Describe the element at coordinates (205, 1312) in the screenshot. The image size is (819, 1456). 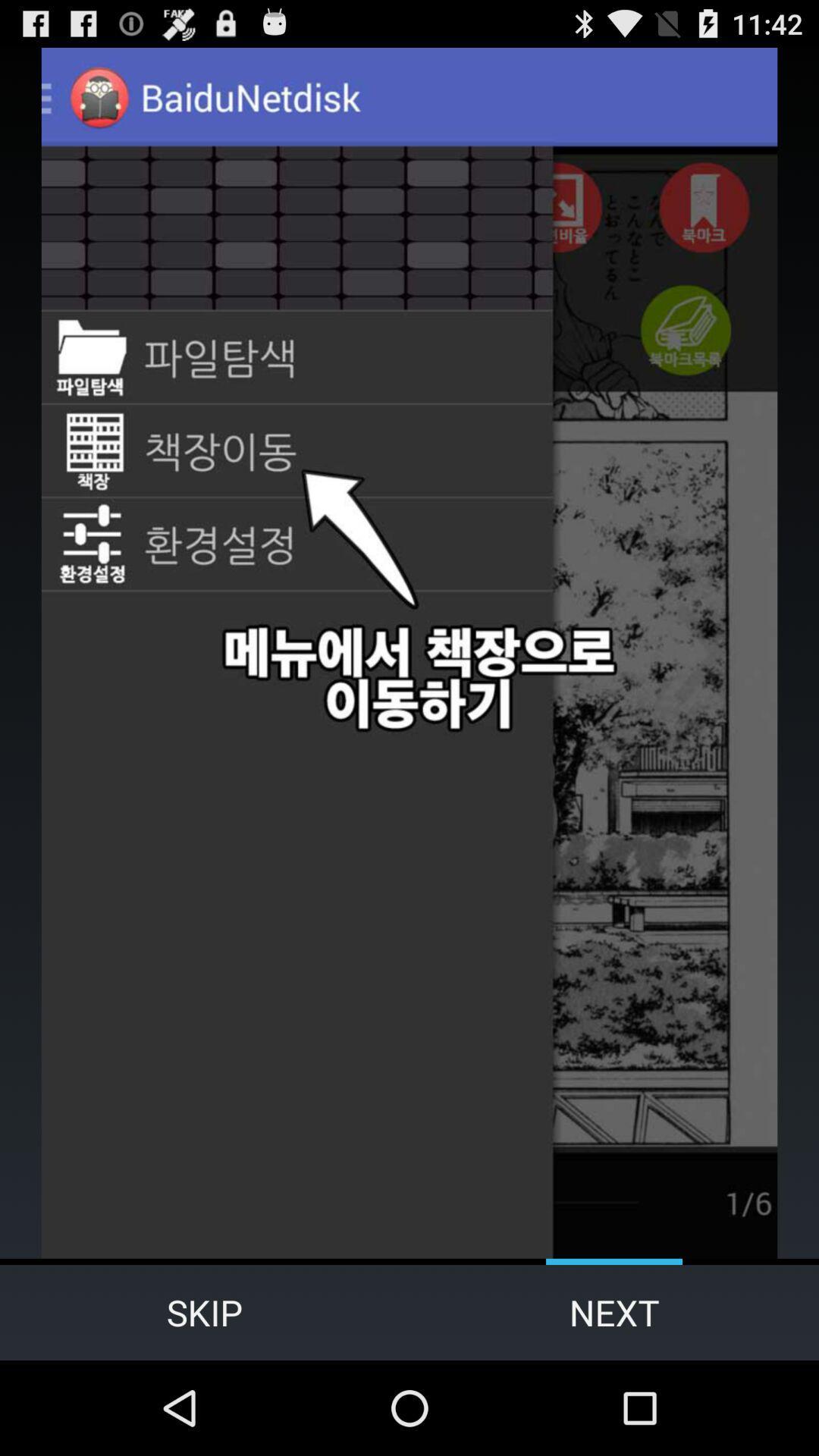
I see `the button next to the next icon` at that location.